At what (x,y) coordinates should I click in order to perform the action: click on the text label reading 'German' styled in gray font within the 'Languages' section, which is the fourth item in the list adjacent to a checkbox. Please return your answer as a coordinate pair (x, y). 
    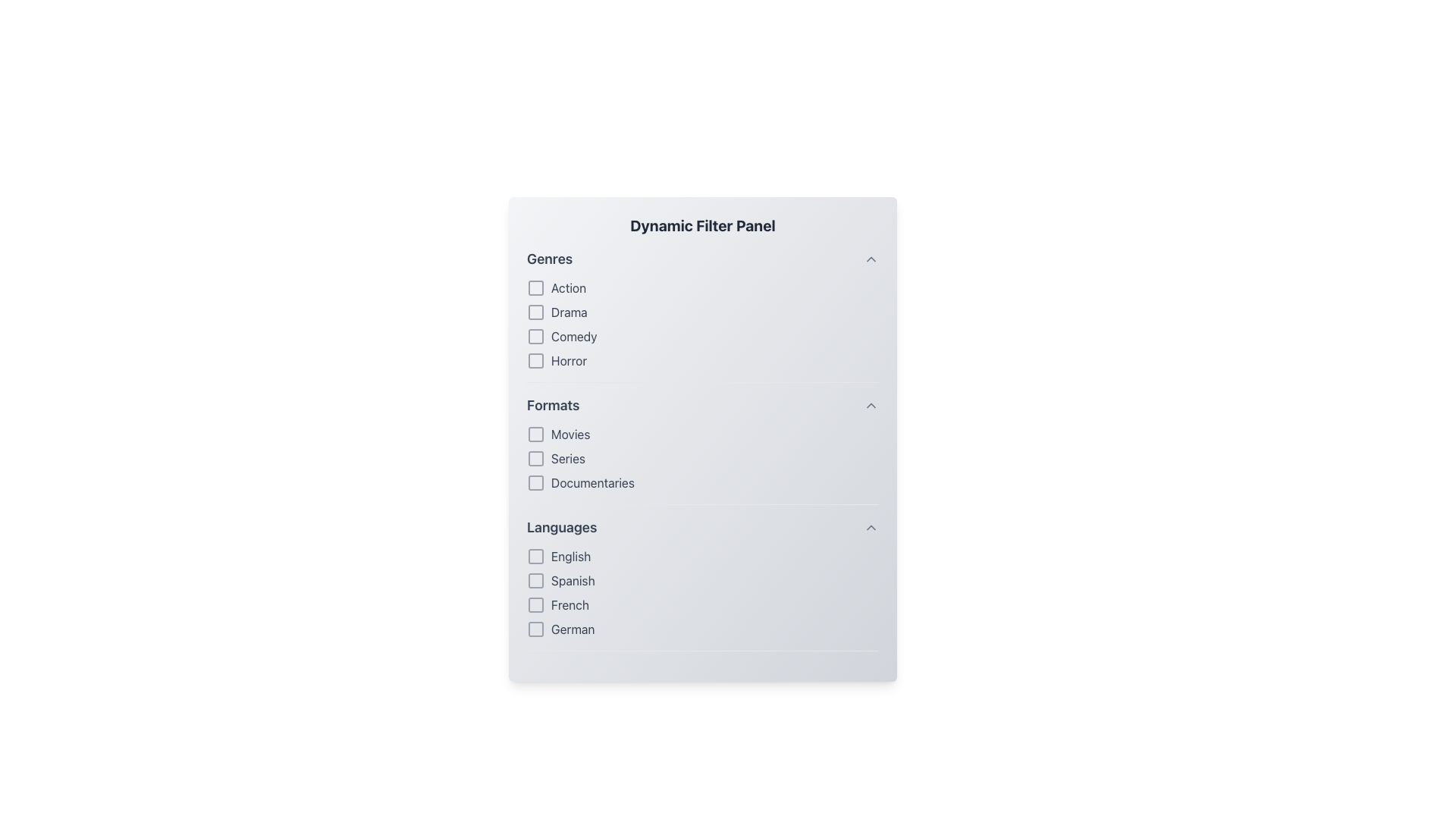
    Looking at the image, I should click on (572, 629).